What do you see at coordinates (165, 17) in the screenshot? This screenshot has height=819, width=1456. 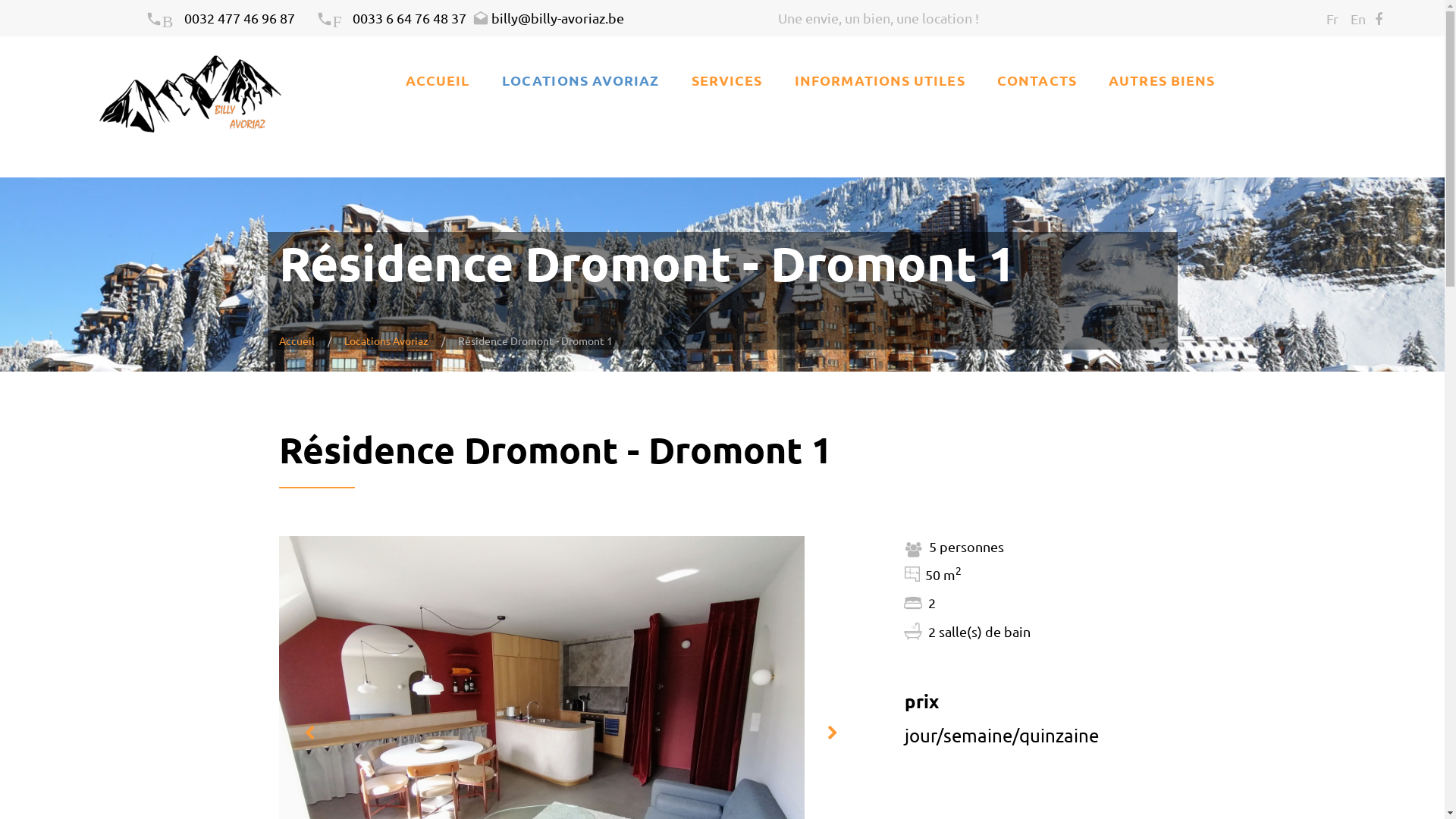 I see `'B  '` at bounding box center [165, 17].